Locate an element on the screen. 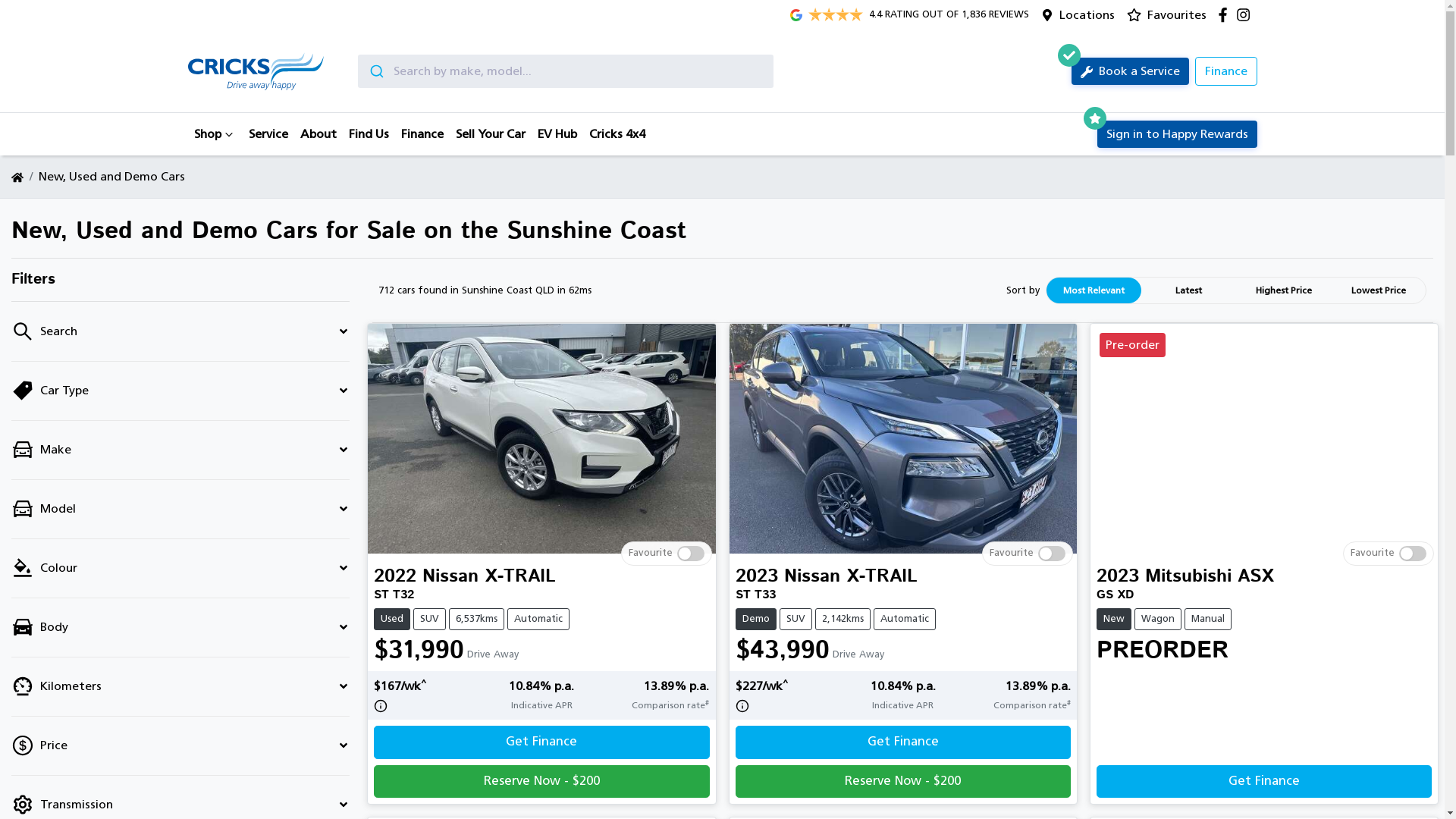 This screenshot has height=819, width=1456. 'EV Hub' is located at coordinates (531, 133).